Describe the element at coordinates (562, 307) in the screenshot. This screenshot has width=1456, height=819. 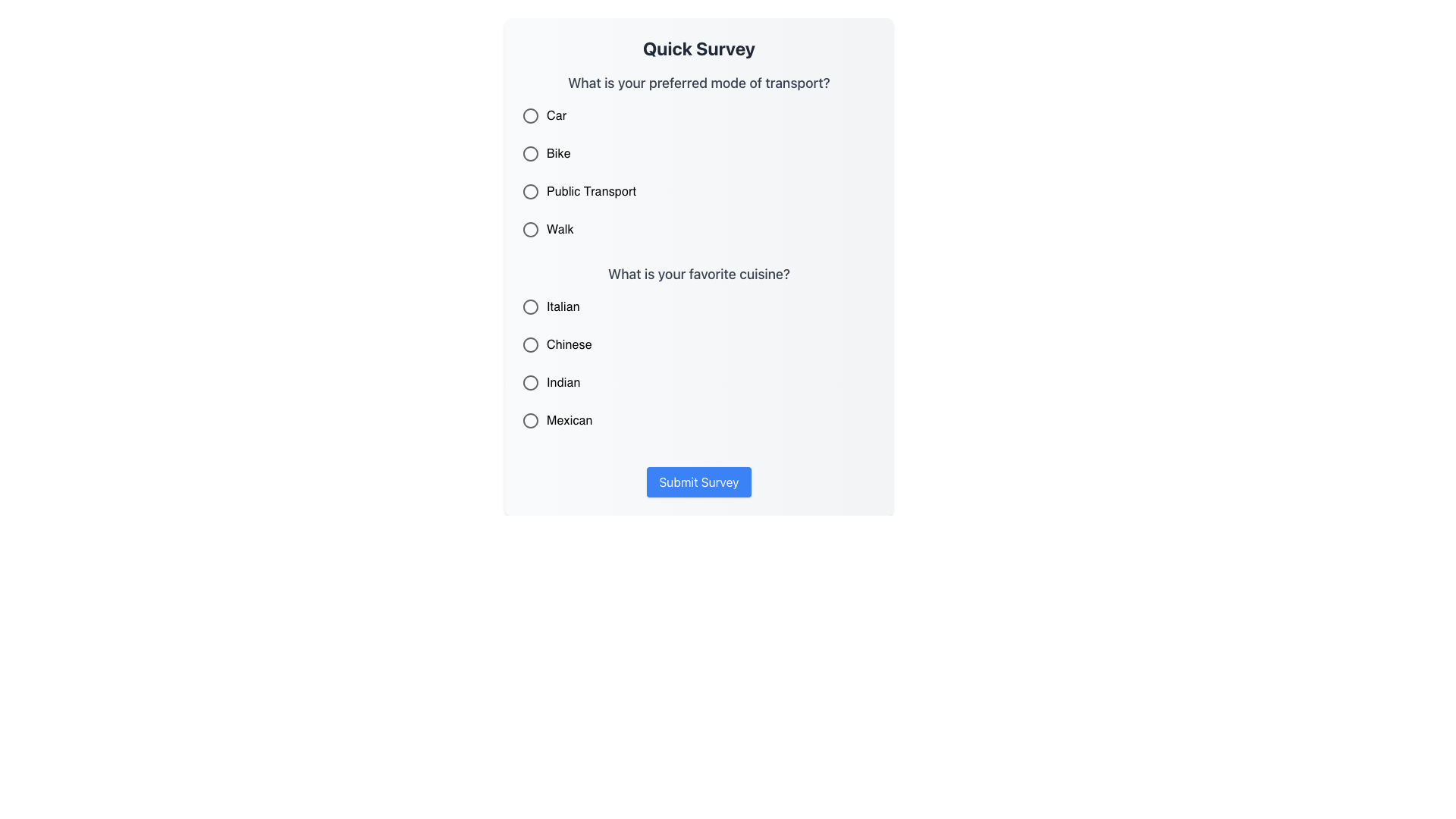
I see `the 'Italian' text label which serves as a label for the associated radio button in the 'What is your favorite cuisine?' question group` at that location.